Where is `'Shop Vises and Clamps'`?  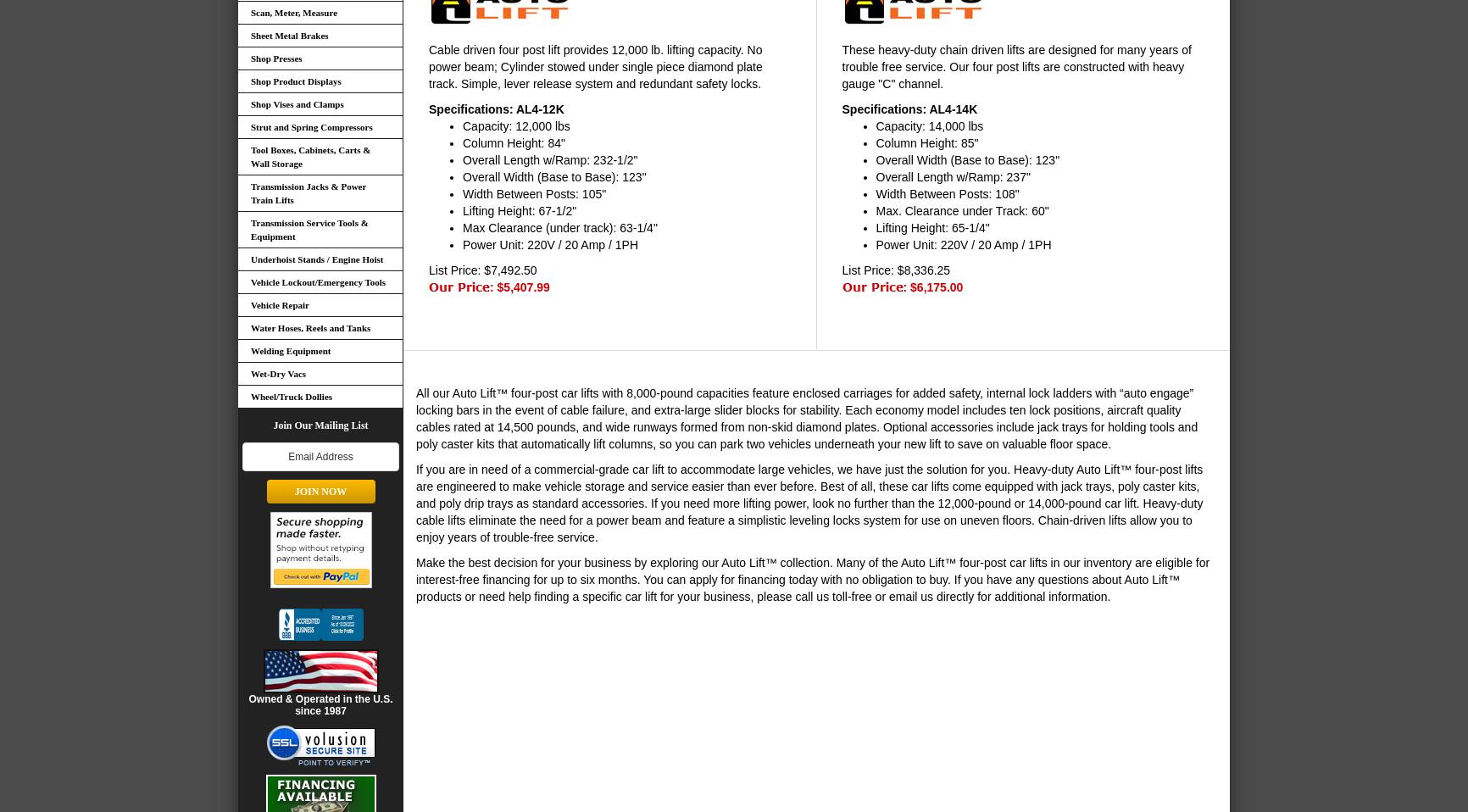
'Shop Vises and Clamps' is located at coordinates (296, 104).